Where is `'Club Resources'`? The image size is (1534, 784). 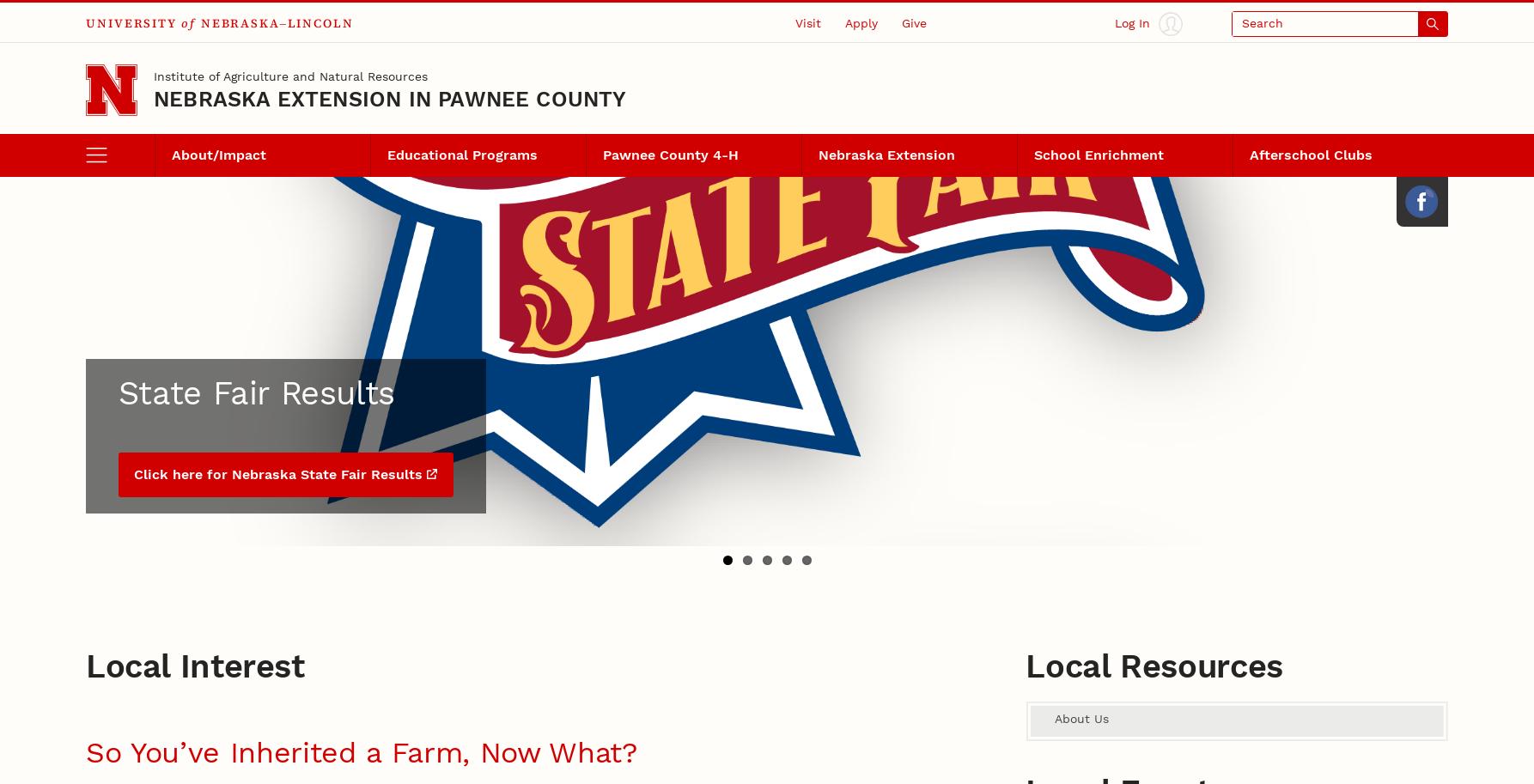 'Club Resources' is located at coordinates (86, 221).